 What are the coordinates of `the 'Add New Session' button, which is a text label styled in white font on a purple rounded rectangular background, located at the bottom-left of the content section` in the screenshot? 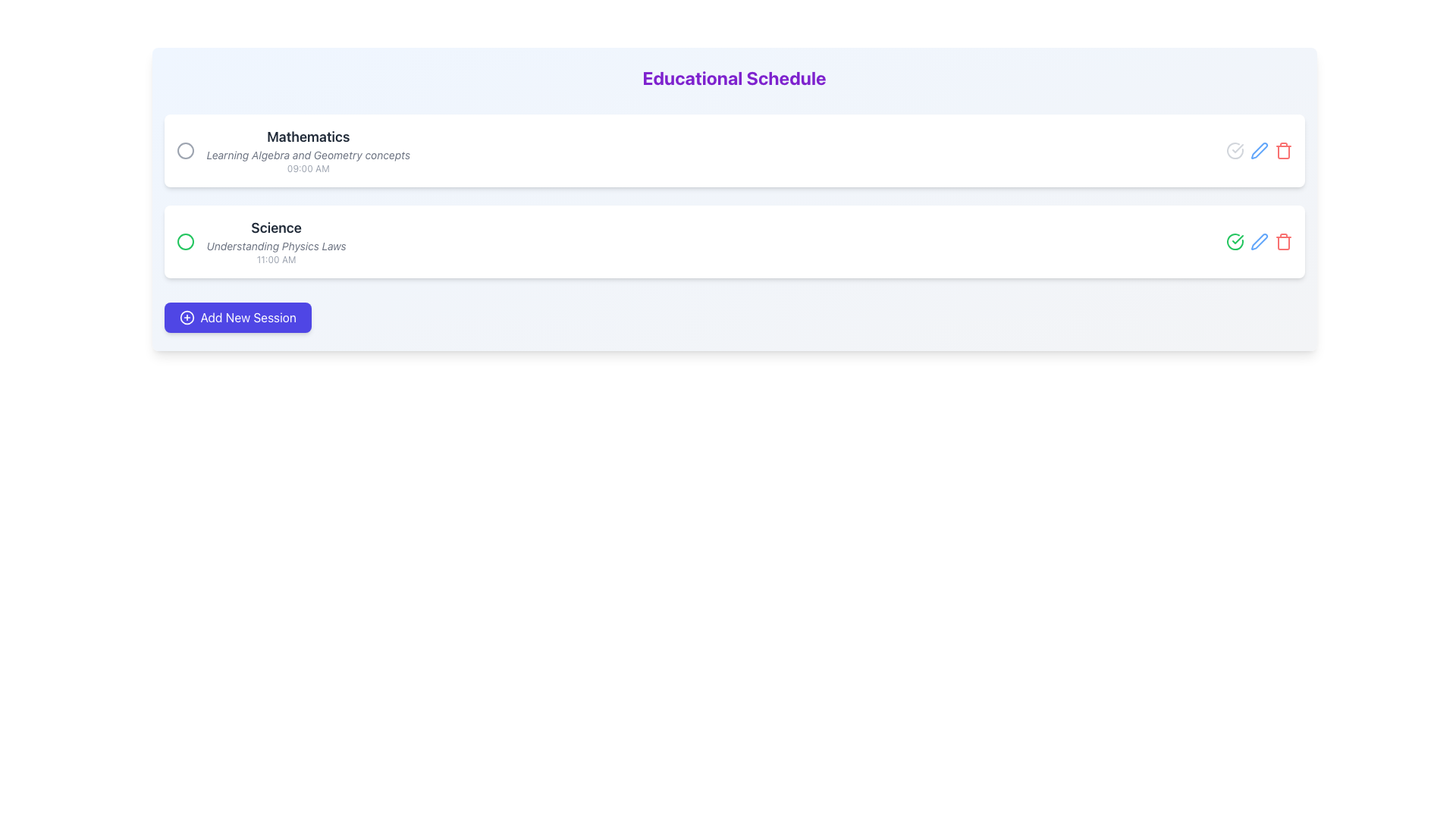 It's located at (248, 317).